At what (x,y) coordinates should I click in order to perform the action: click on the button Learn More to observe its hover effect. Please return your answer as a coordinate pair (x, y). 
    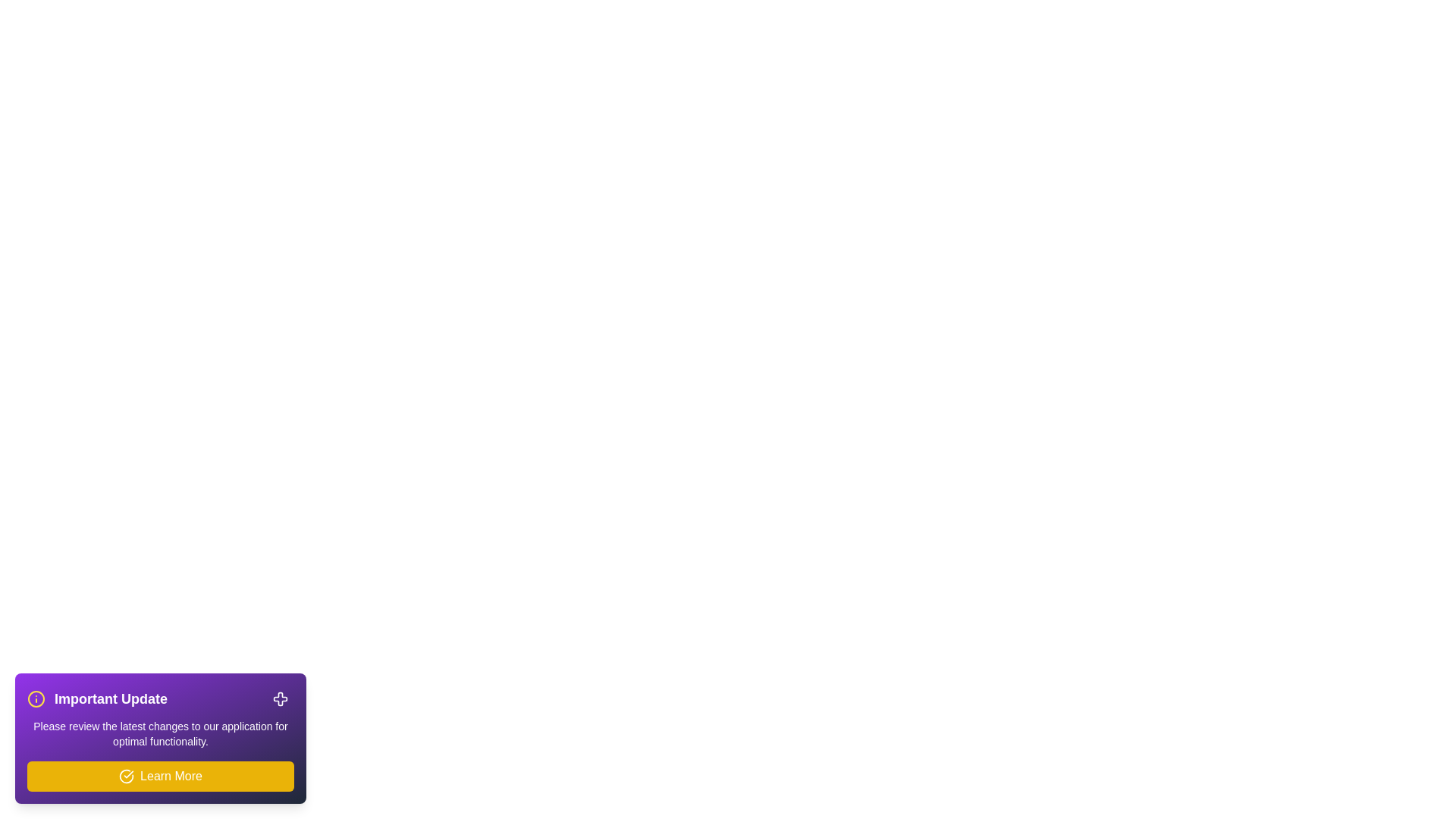
    Looking at the image, I should click on (160, 776).